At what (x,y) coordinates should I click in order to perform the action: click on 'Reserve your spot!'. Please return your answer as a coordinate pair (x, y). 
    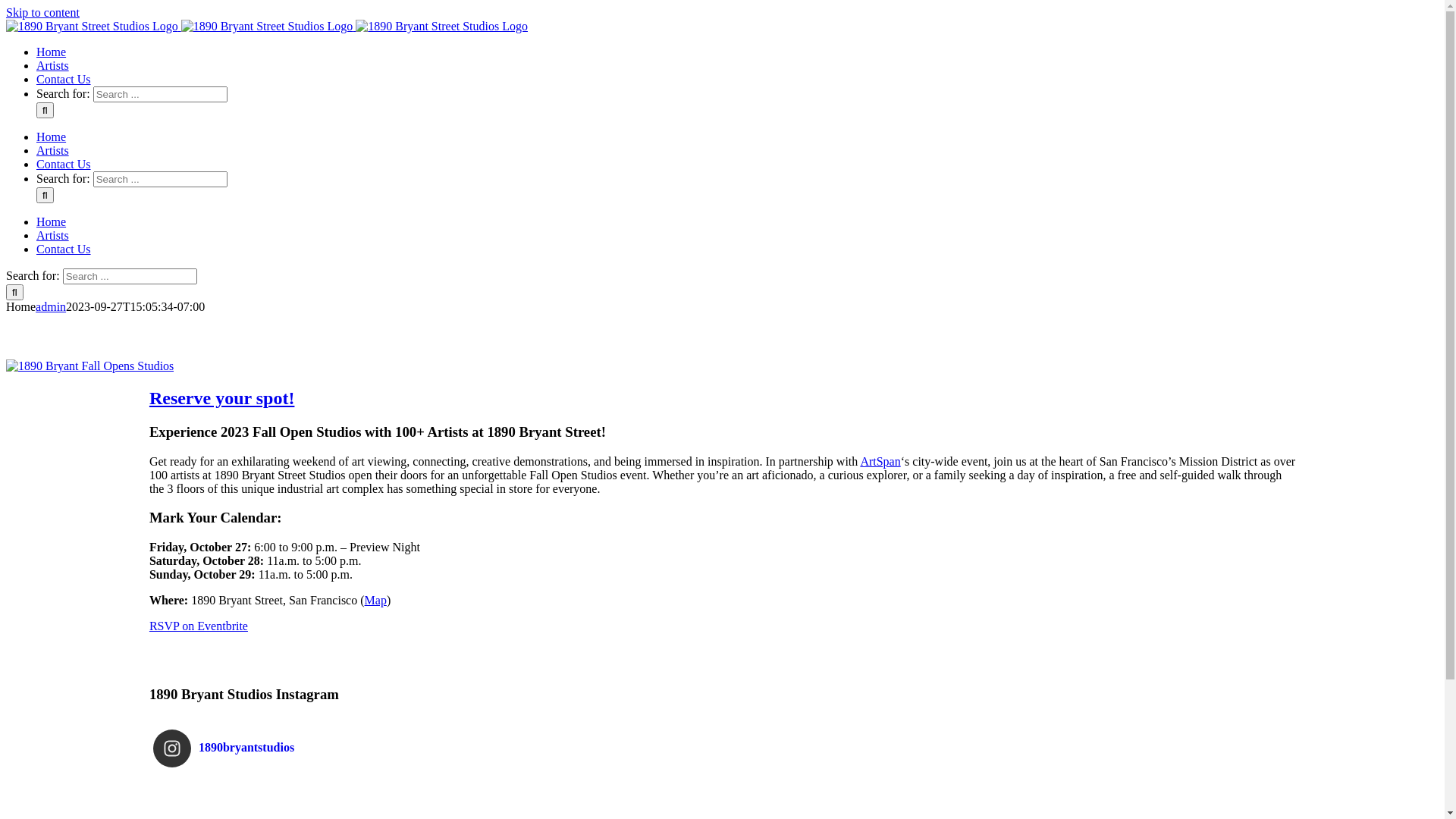
    Looking at the image, I should click on (221, 397).